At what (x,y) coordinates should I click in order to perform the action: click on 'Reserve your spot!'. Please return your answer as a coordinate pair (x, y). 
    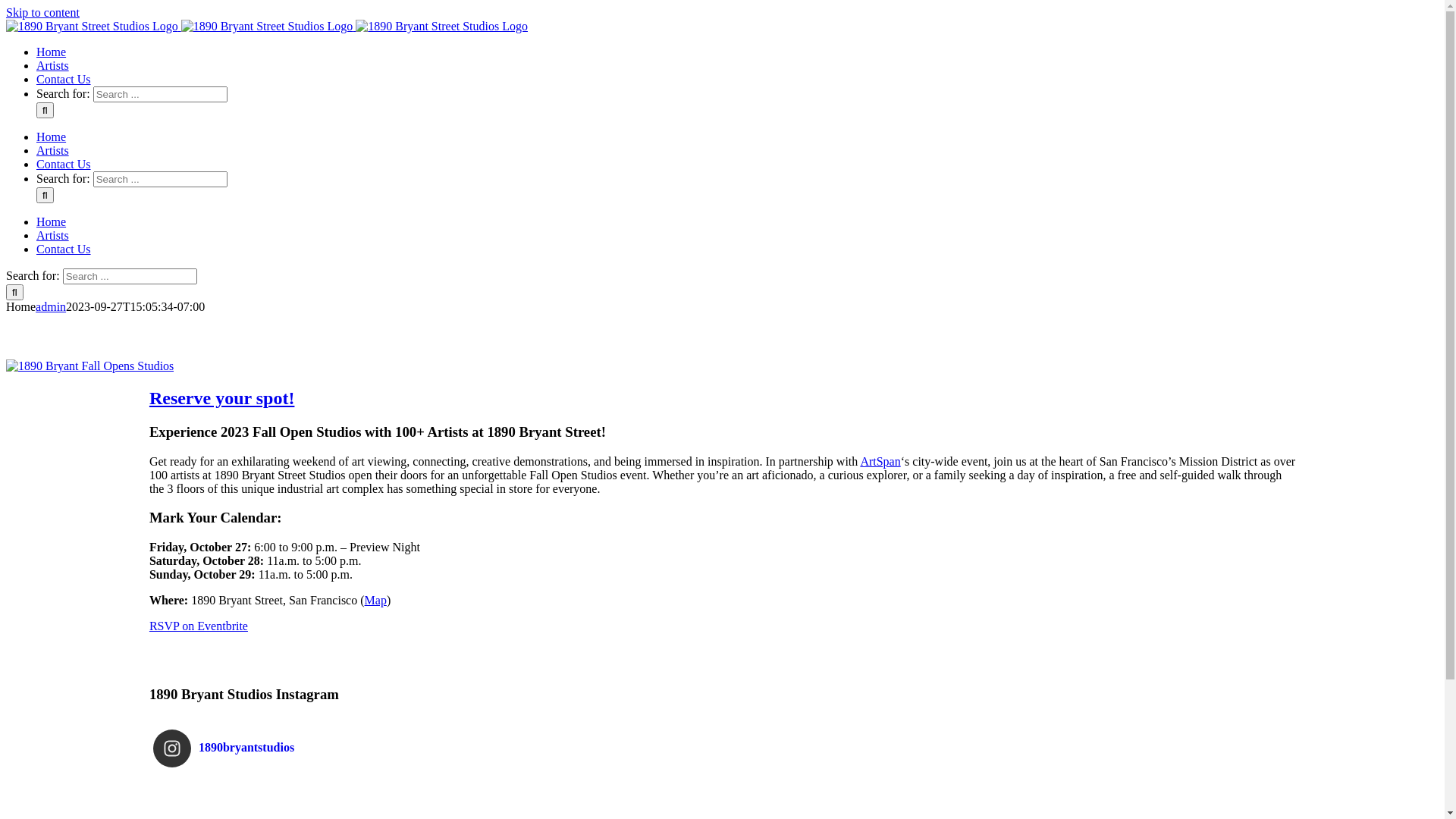
    Looking at the image, I should click on (221, 397).